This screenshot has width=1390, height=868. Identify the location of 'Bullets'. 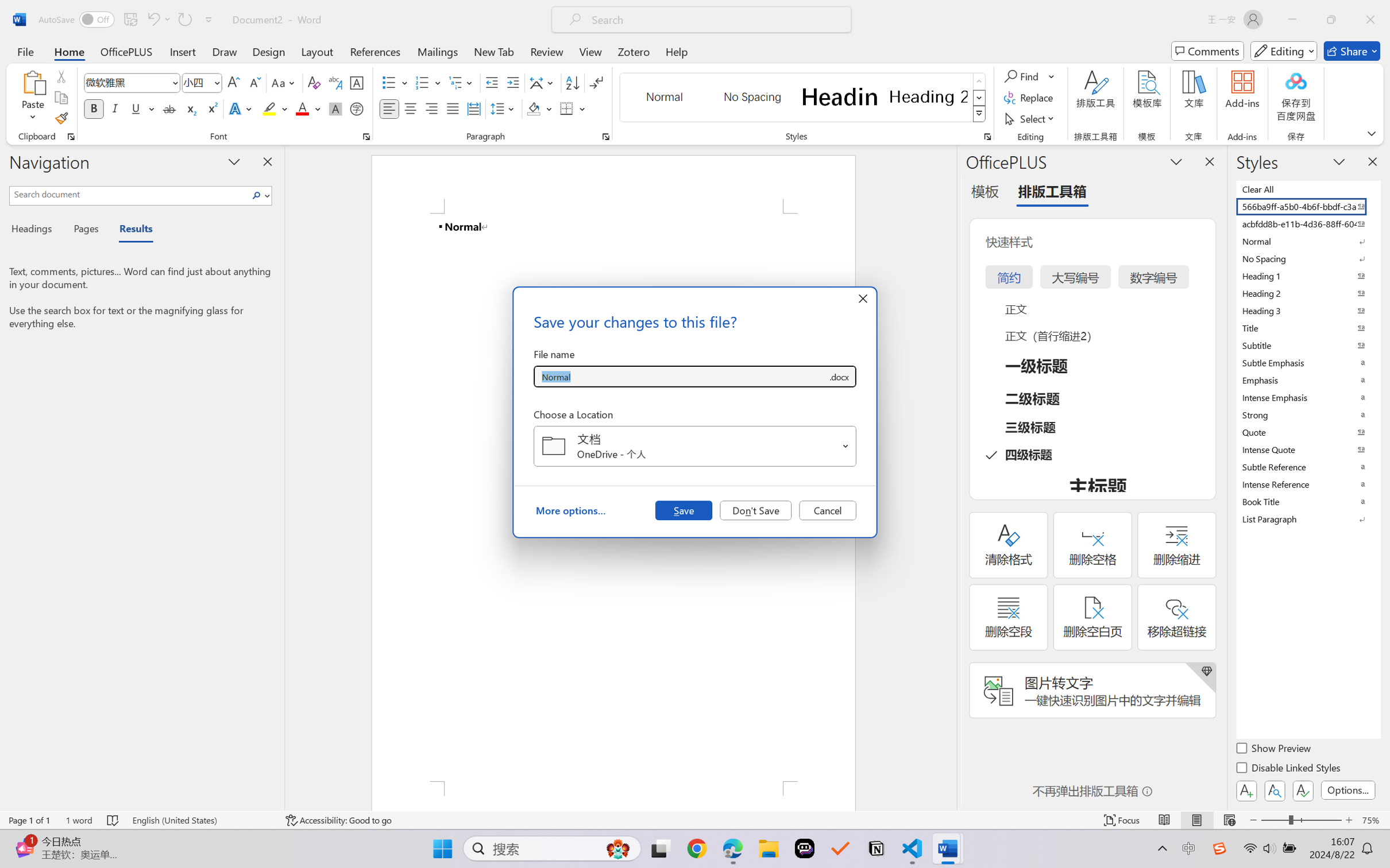
(389, 83).